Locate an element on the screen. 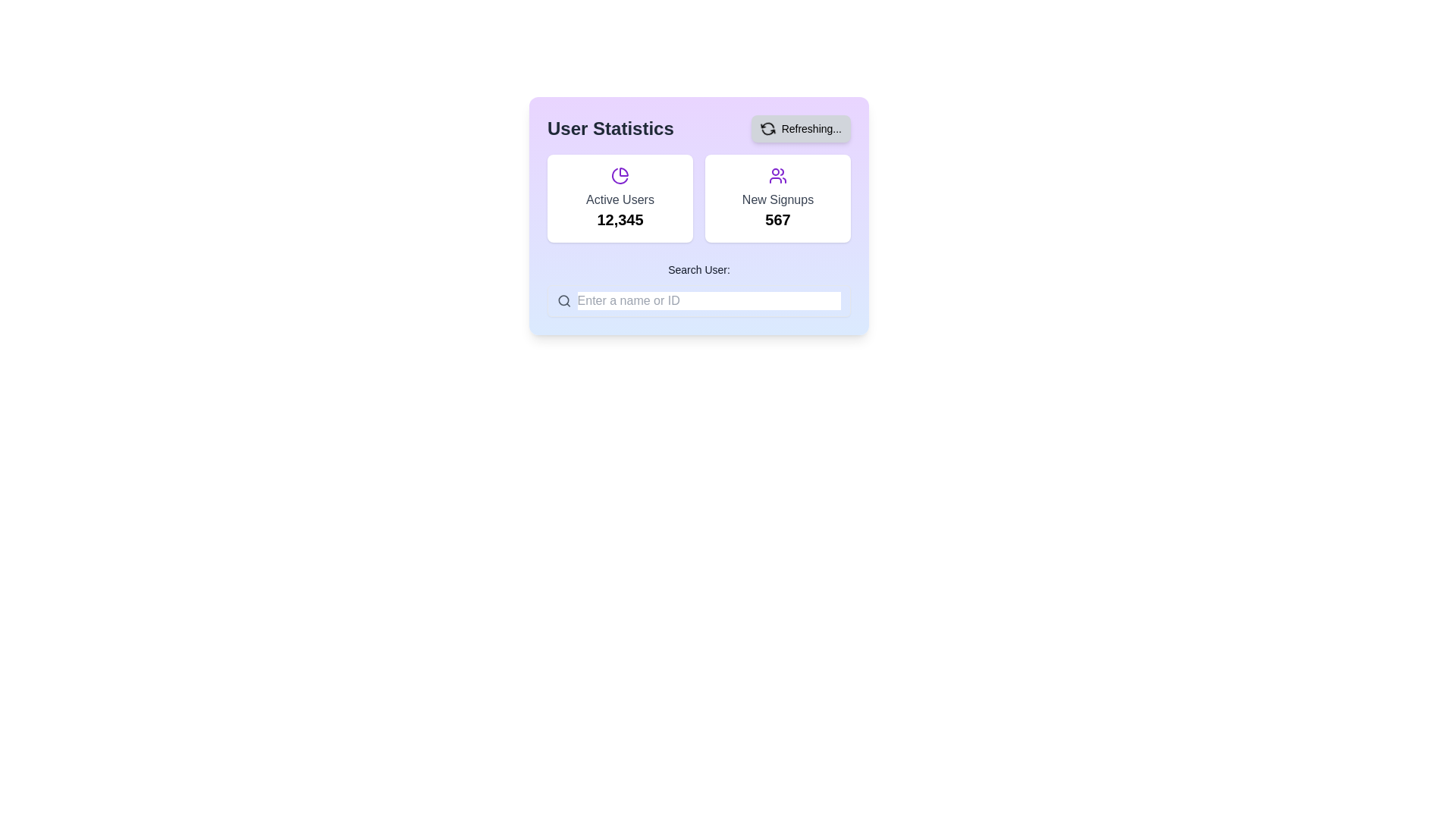  the 'New Signups' label, which is a small gray text label positioned centrally above the bold number '567' and below the user icon is located at coordinates (778, 199).